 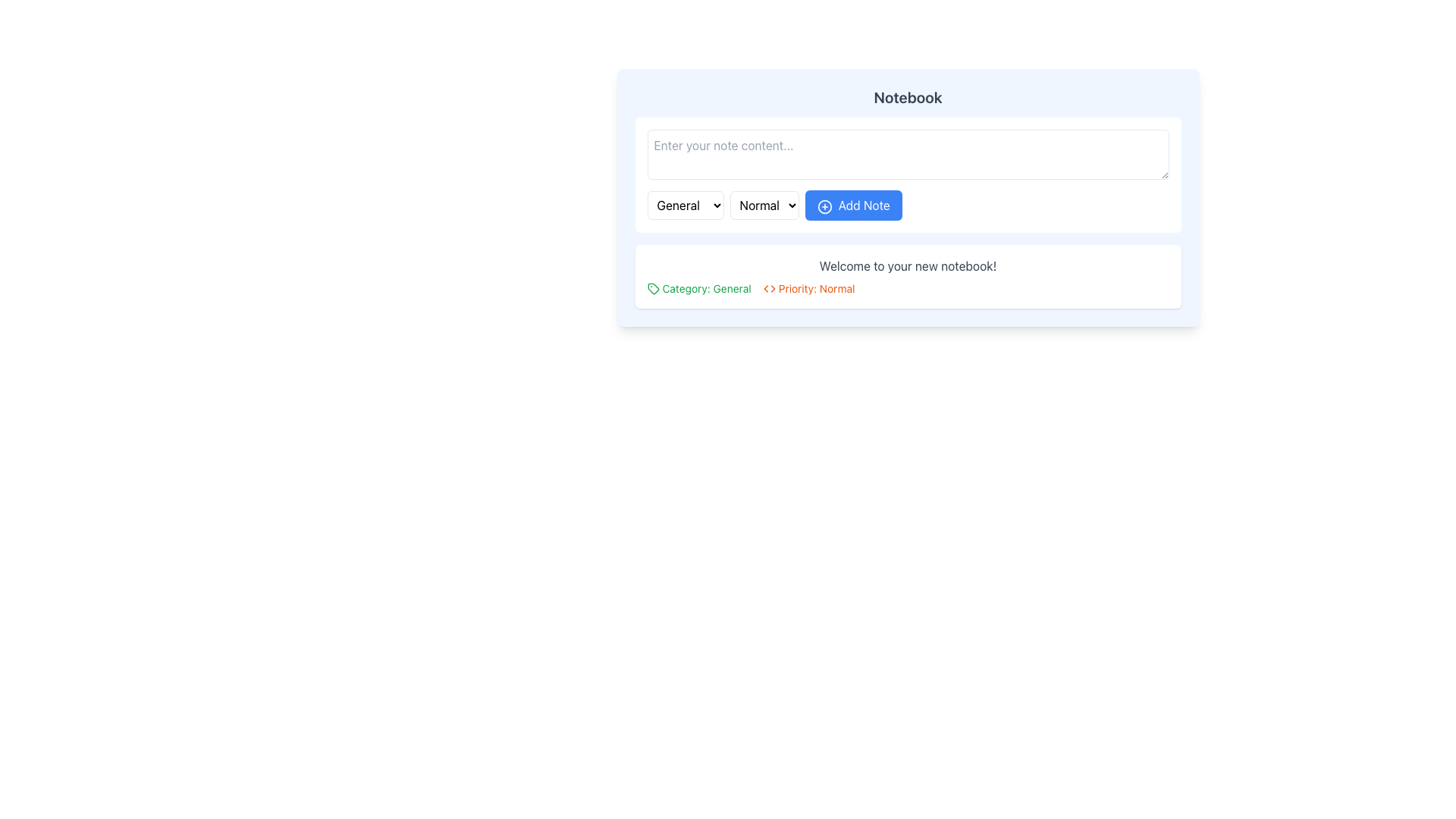 I want to click on the 'Add Note' button located to the right of the 'Normal' dropdown, so click(x=853, y=205).